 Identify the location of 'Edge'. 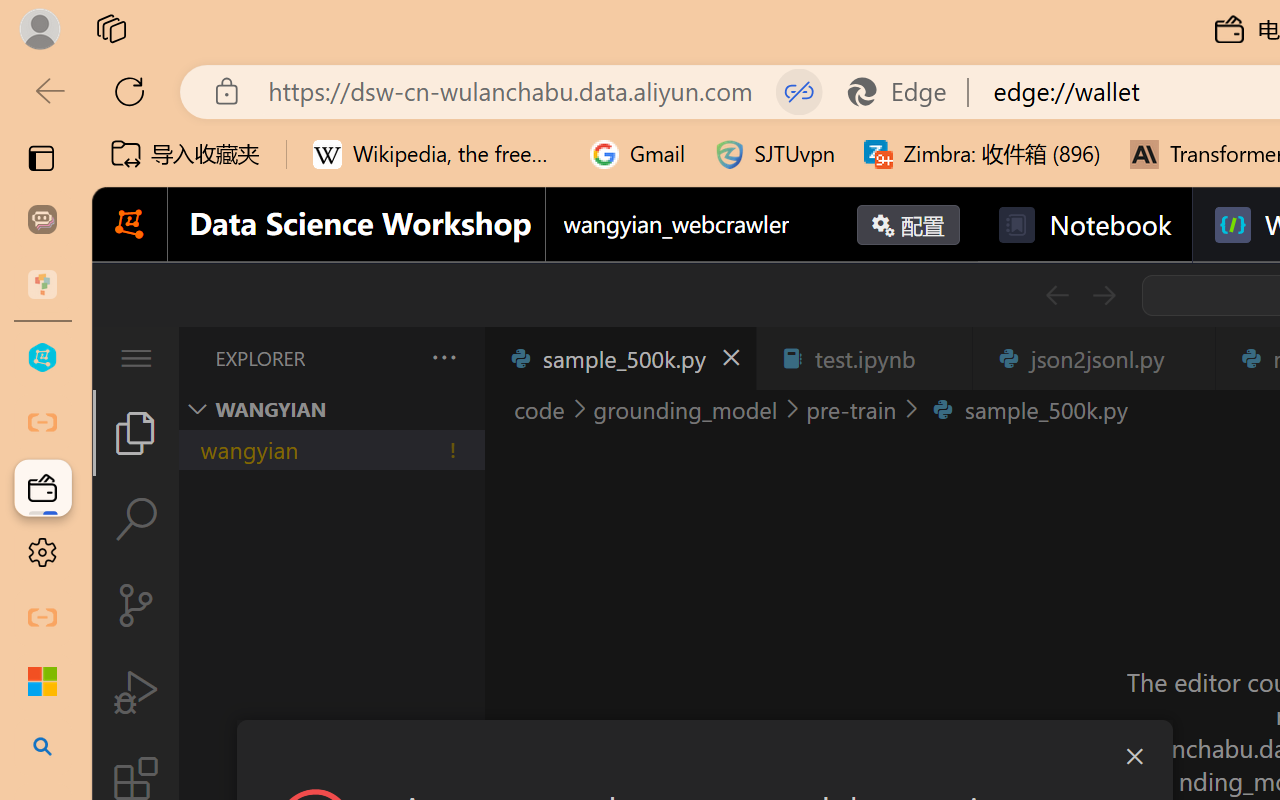
(905, 91).